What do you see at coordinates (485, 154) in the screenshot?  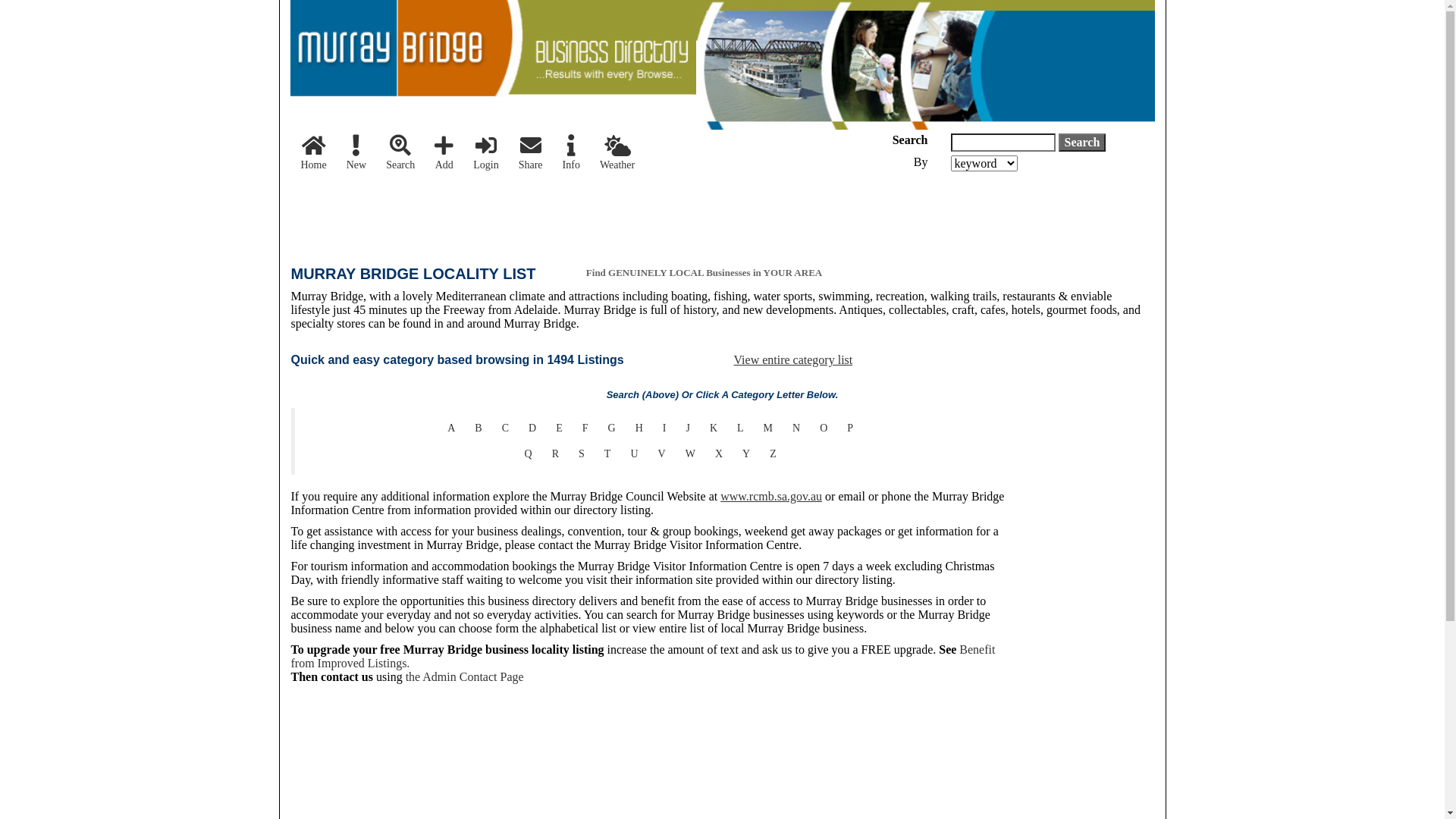 I see `'Login'` at bounding box center [485, 154].